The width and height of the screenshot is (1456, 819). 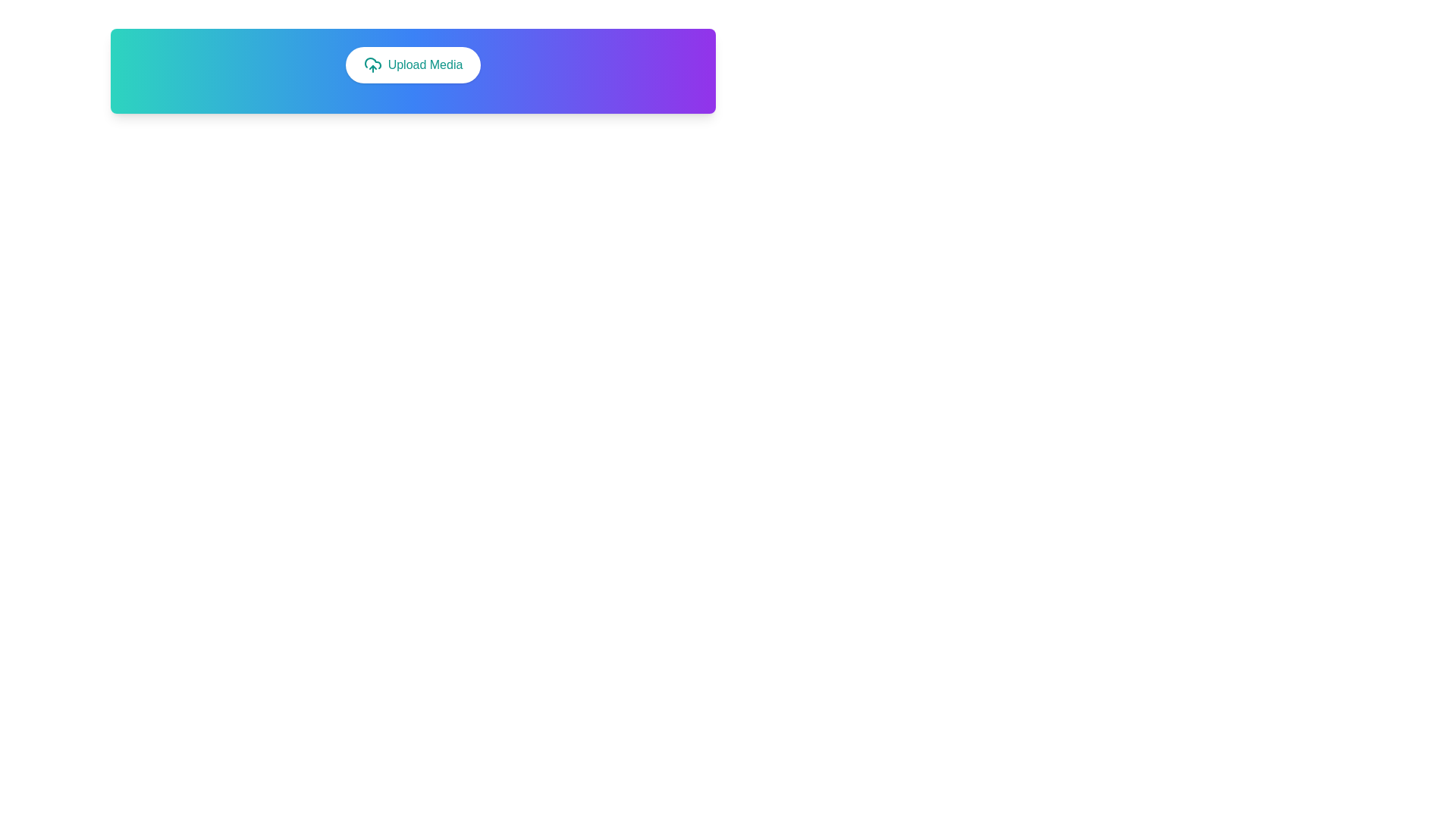 What do you see at coordinates (413, 64) in the screenshot?
I see `the file-upload button located near the center within the top gradient bar of the page` at bounding box center [413, 64].